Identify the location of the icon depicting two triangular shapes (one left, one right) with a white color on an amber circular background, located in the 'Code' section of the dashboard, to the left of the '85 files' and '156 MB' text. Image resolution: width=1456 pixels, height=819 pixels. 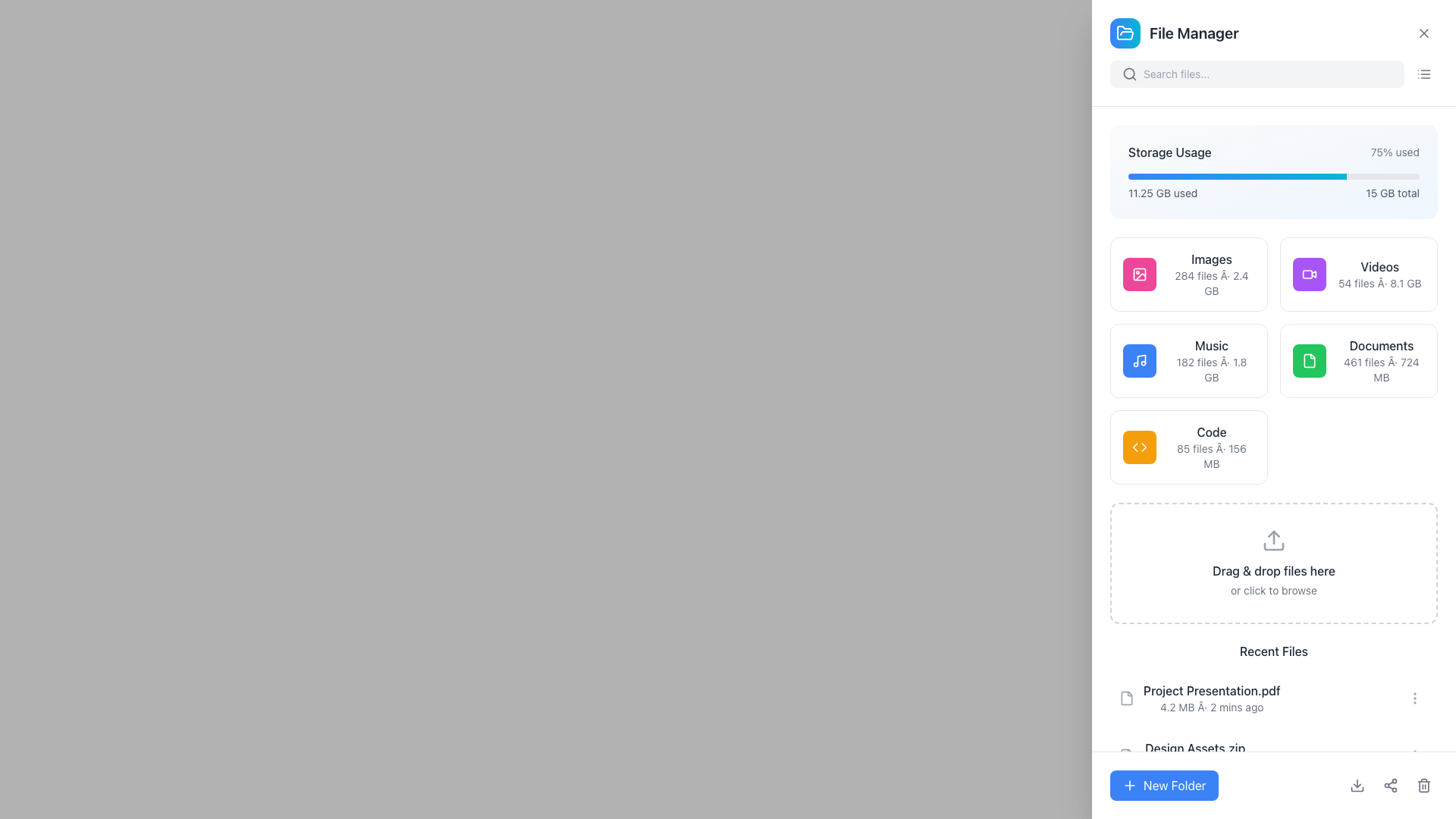
(1139, 447).